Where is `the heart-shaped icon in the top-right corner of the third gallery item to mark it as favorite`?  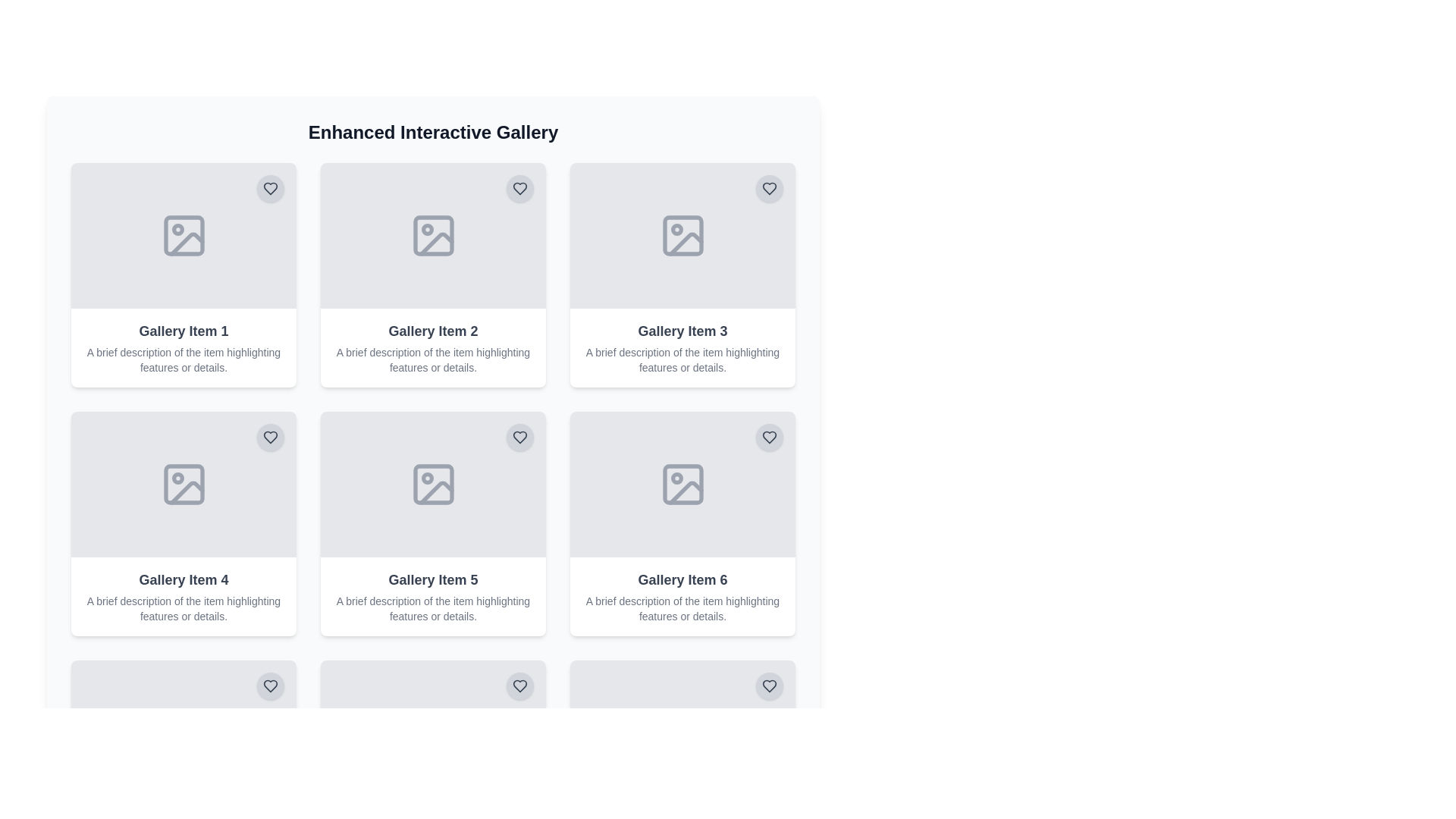 the heart-shaped icon in the top-right corner of the third gallery item to mark it as favorite is located at coordinates (769, 188).